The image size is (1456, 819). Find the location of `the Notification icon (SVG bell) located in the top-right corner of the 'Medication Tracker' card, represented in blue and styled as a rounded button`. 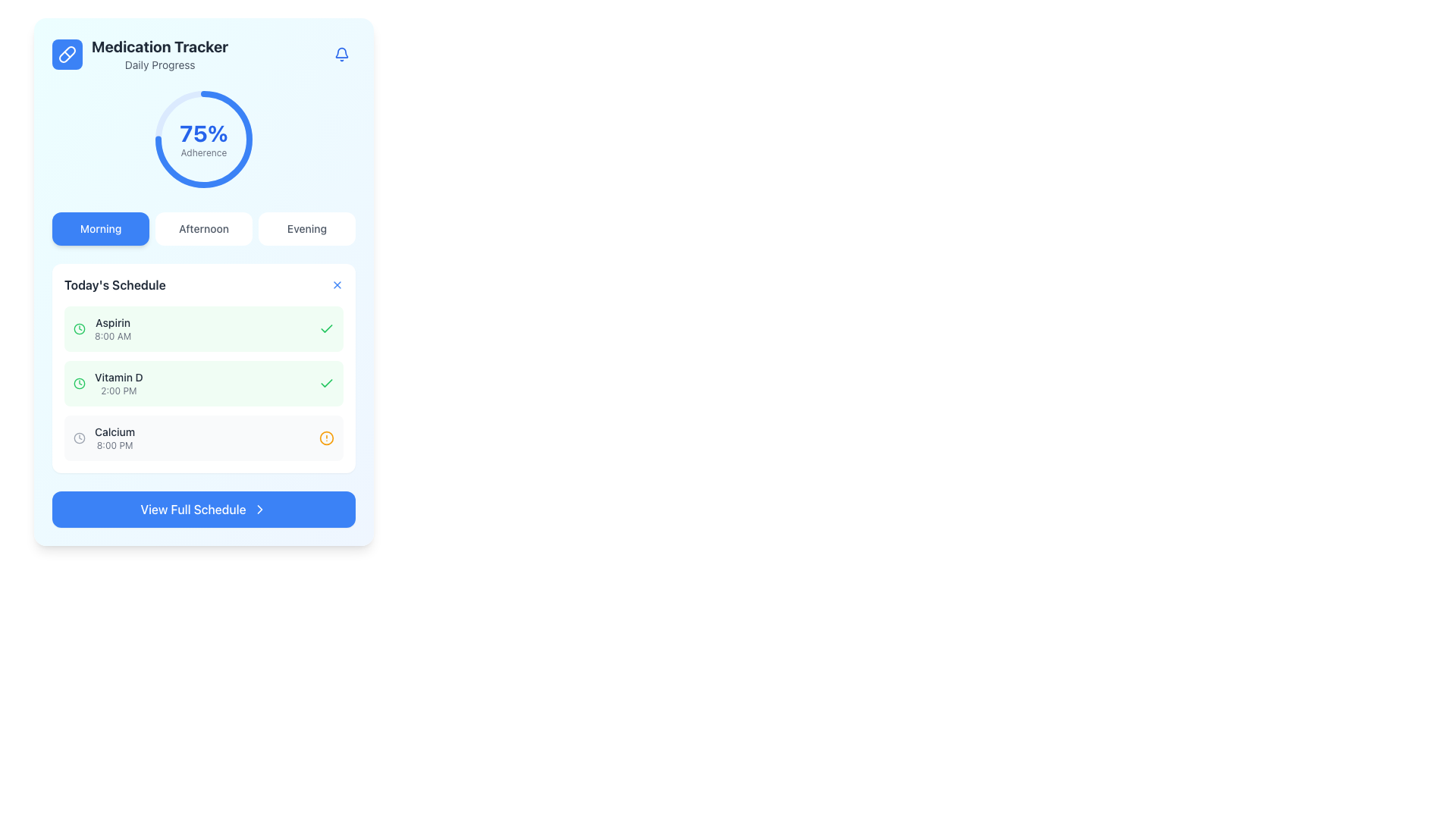

the Notification icon (SVG bell) located in the top-right corner of the 'Medication Tracker' card, represented in blue and styled as a rounded button is located at coordinates (341, 54).